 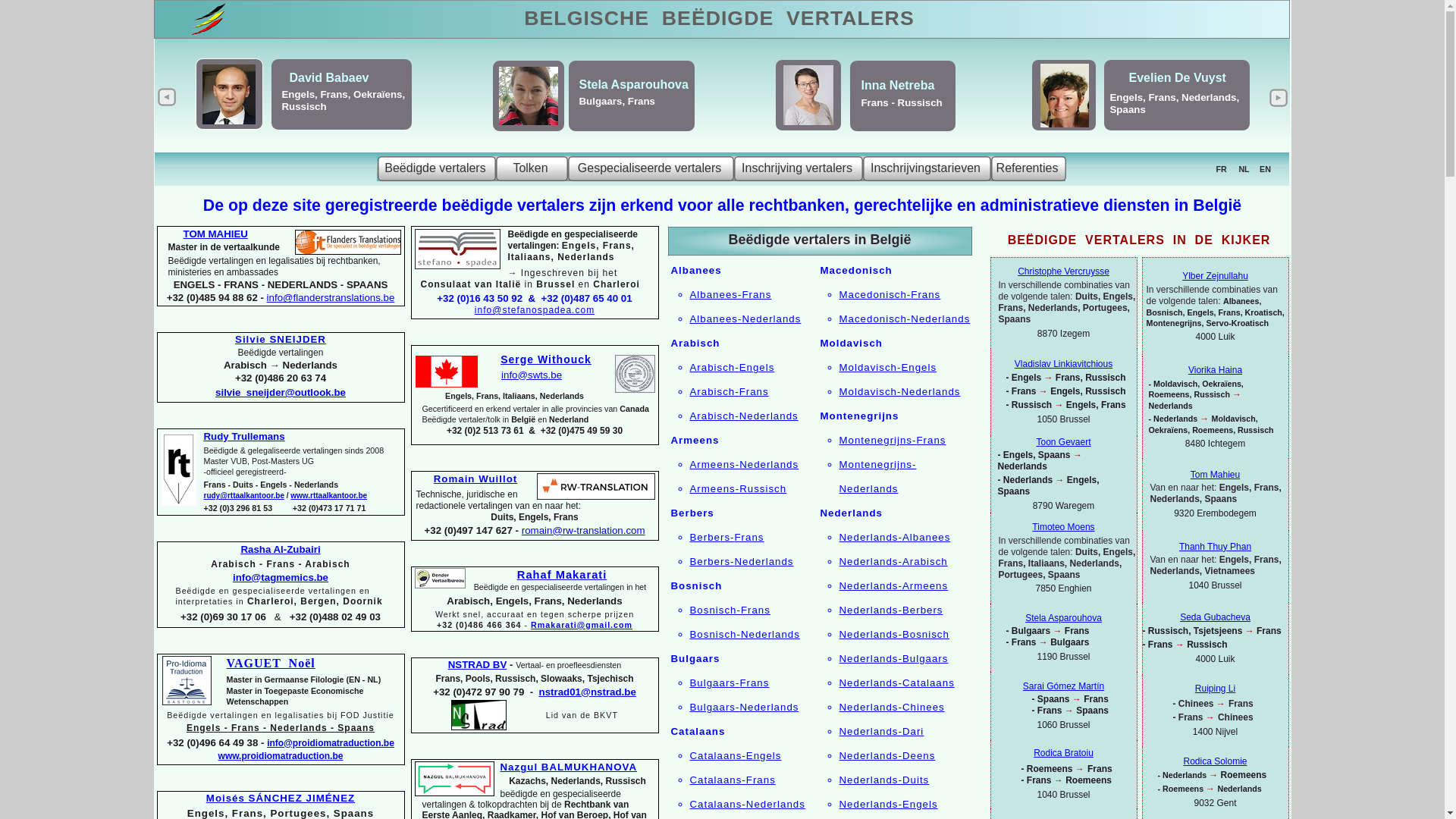 What do you see at coordinates (215, 234) in the screenshot?
I see `'TOM MAHIEU'` at bounding box center [215, 234].